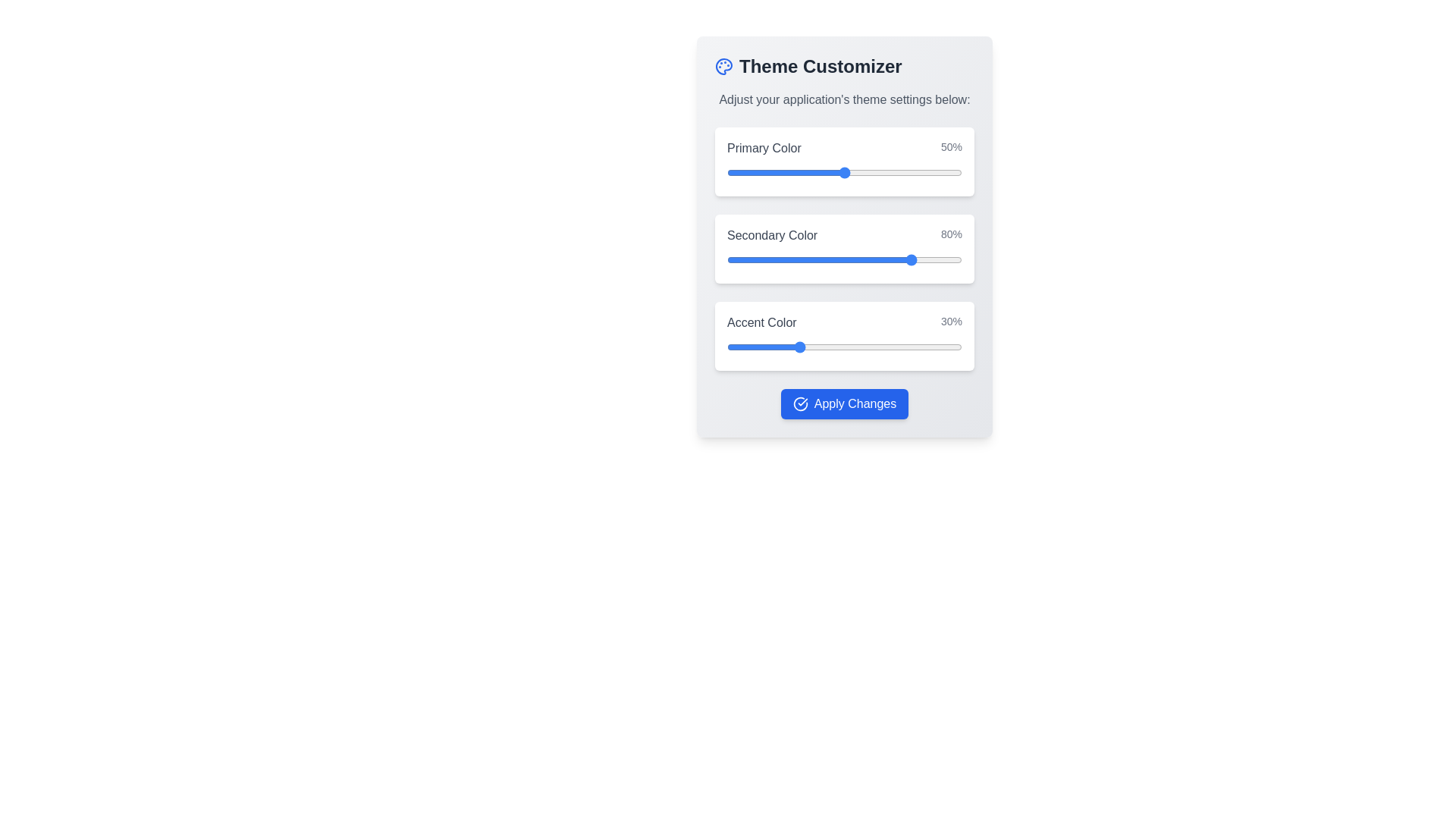  What do you see at coordinates (836, 347) in the screenshot?
I see `the accent color percentage` at bounding box center [836, 347].